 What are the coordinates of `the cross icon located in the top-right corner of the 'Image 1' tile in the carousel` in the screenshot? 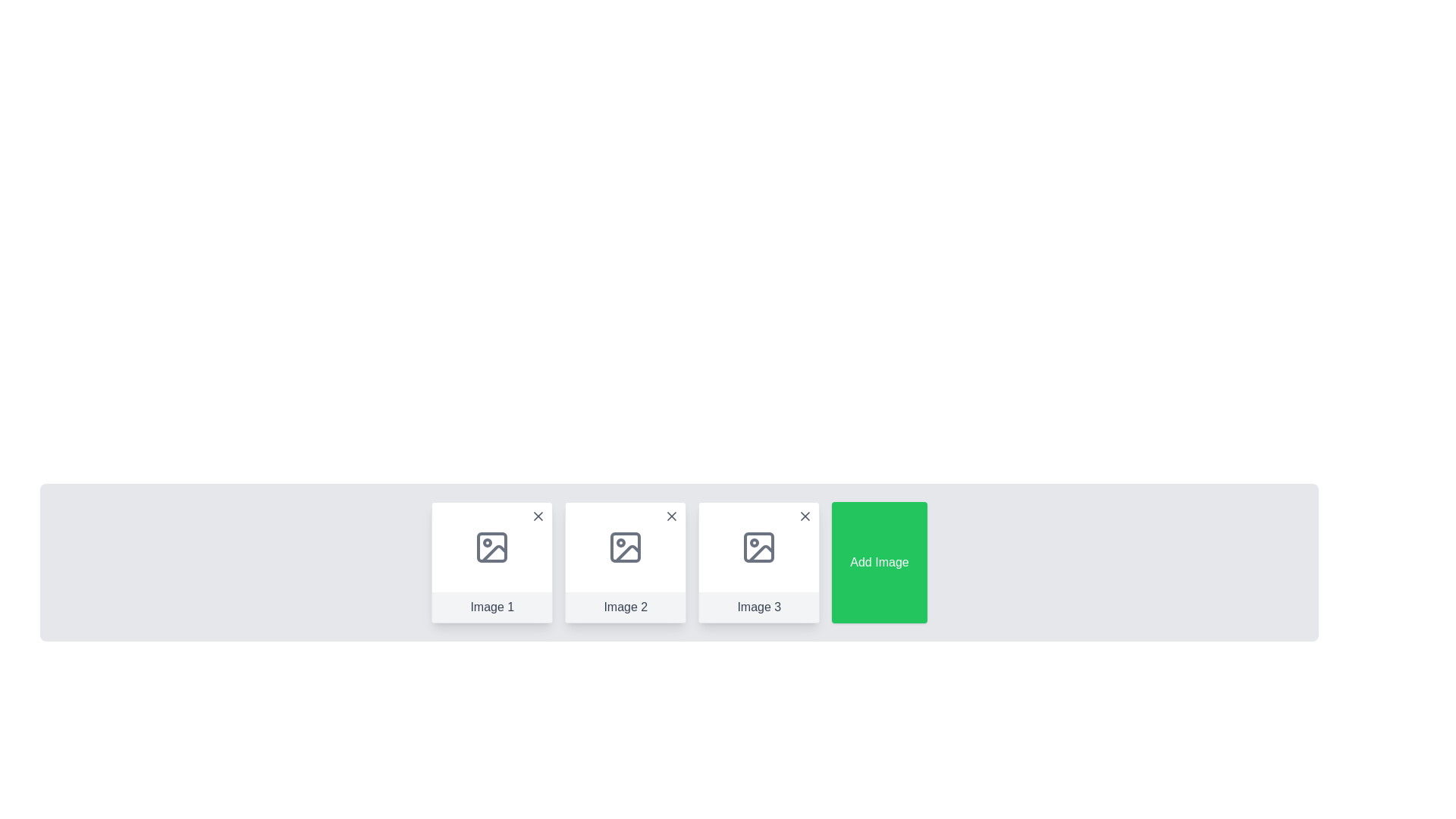 It's located at (538, 516).